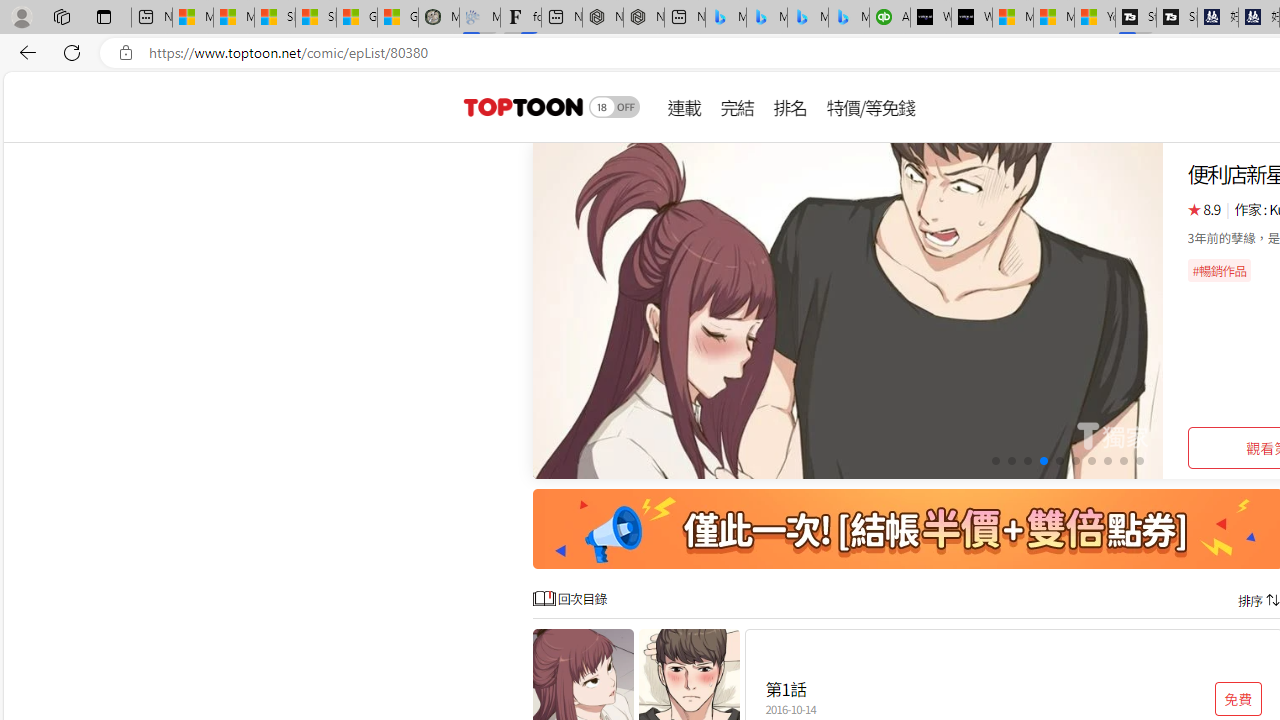 Image resolution: width=1280 pixels, height=720 pixels. I want to click on 'Accounting Software for Accountants, CPAs and Bookkeepers', so click(889, 17).